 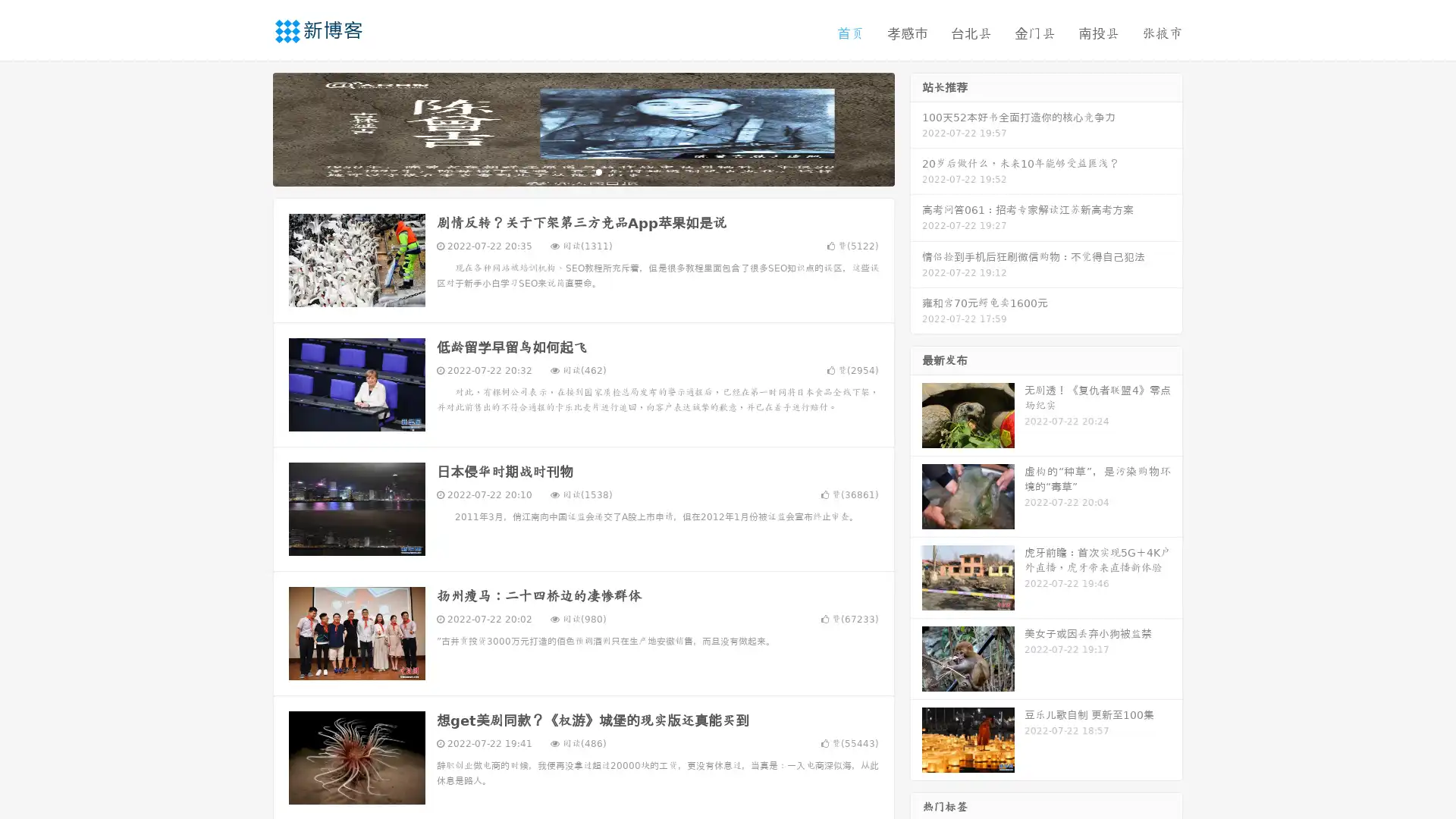 I want to click on Next slide, so click(x=916, y=127).